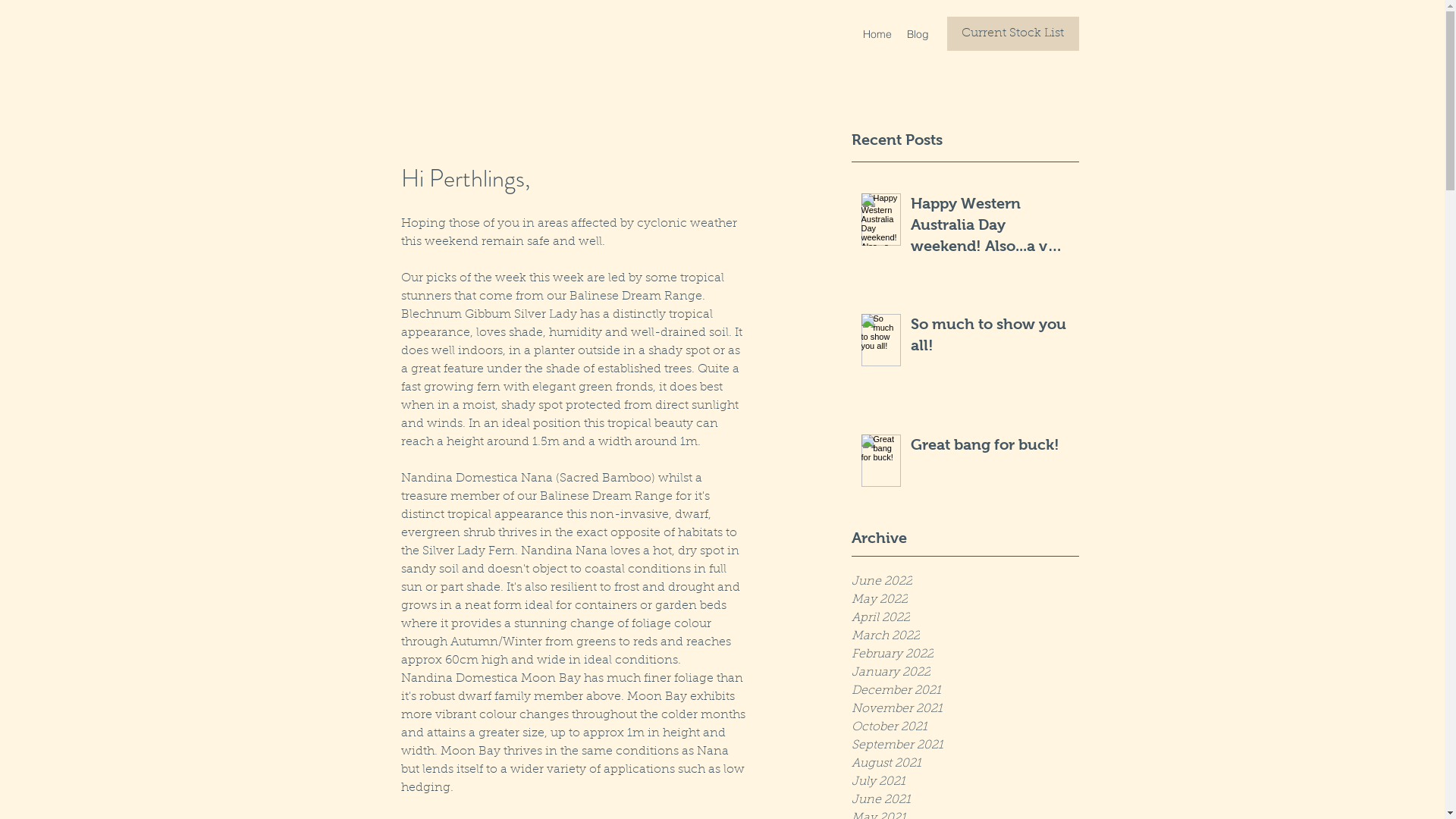 The height and width of the screenshot is (819, 1456). Describe the element at coordinates (917, 34) in the screenshot. I see `'Blog'` at that location.